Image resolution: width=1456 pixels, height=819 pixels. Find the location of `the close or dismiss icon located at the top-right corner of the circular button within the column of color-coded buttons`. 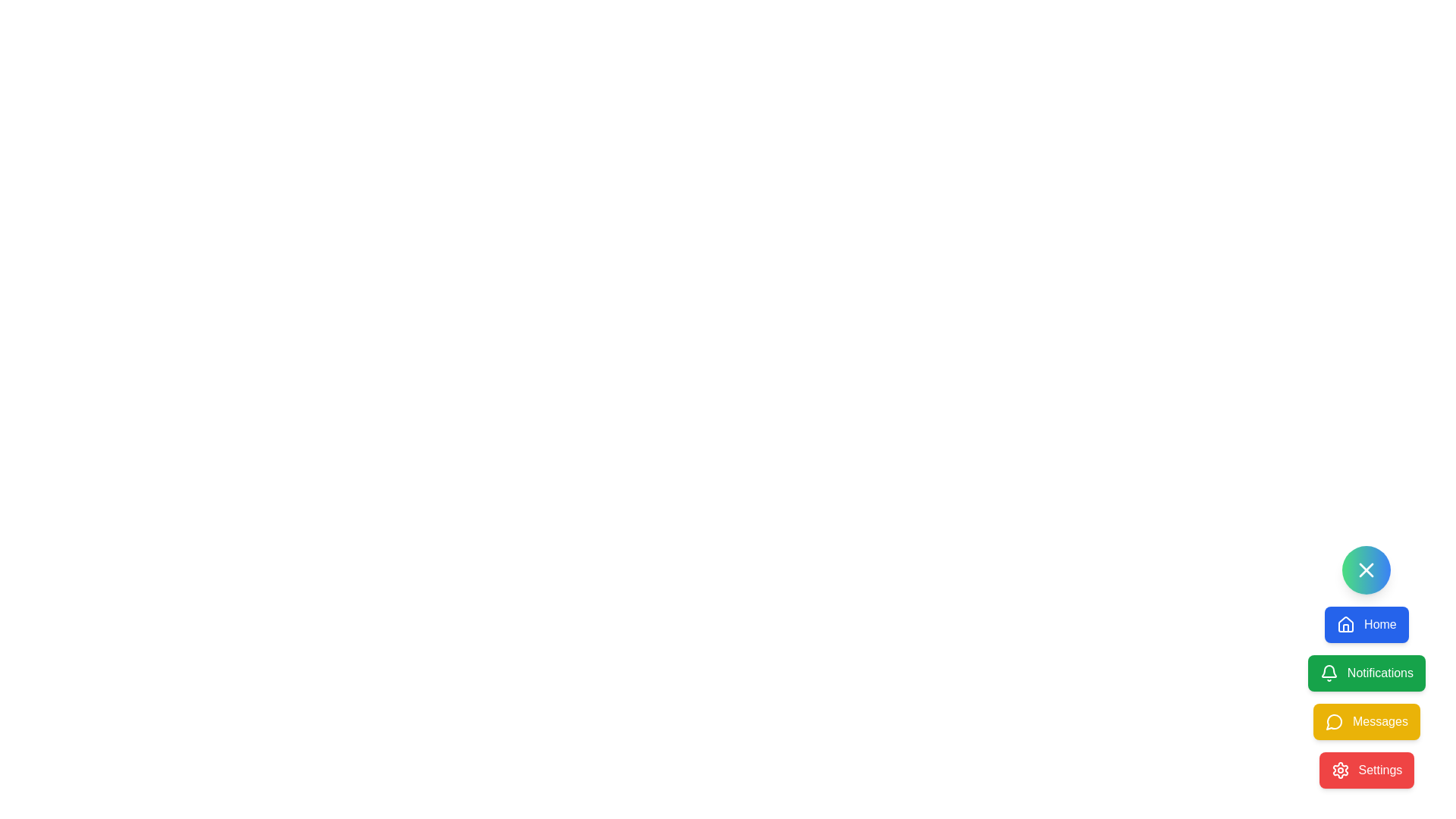

the close or dismiss icon located at the top-right corner of the circular button within the column of color-coded buttons is located at coordinates (1367, 570).